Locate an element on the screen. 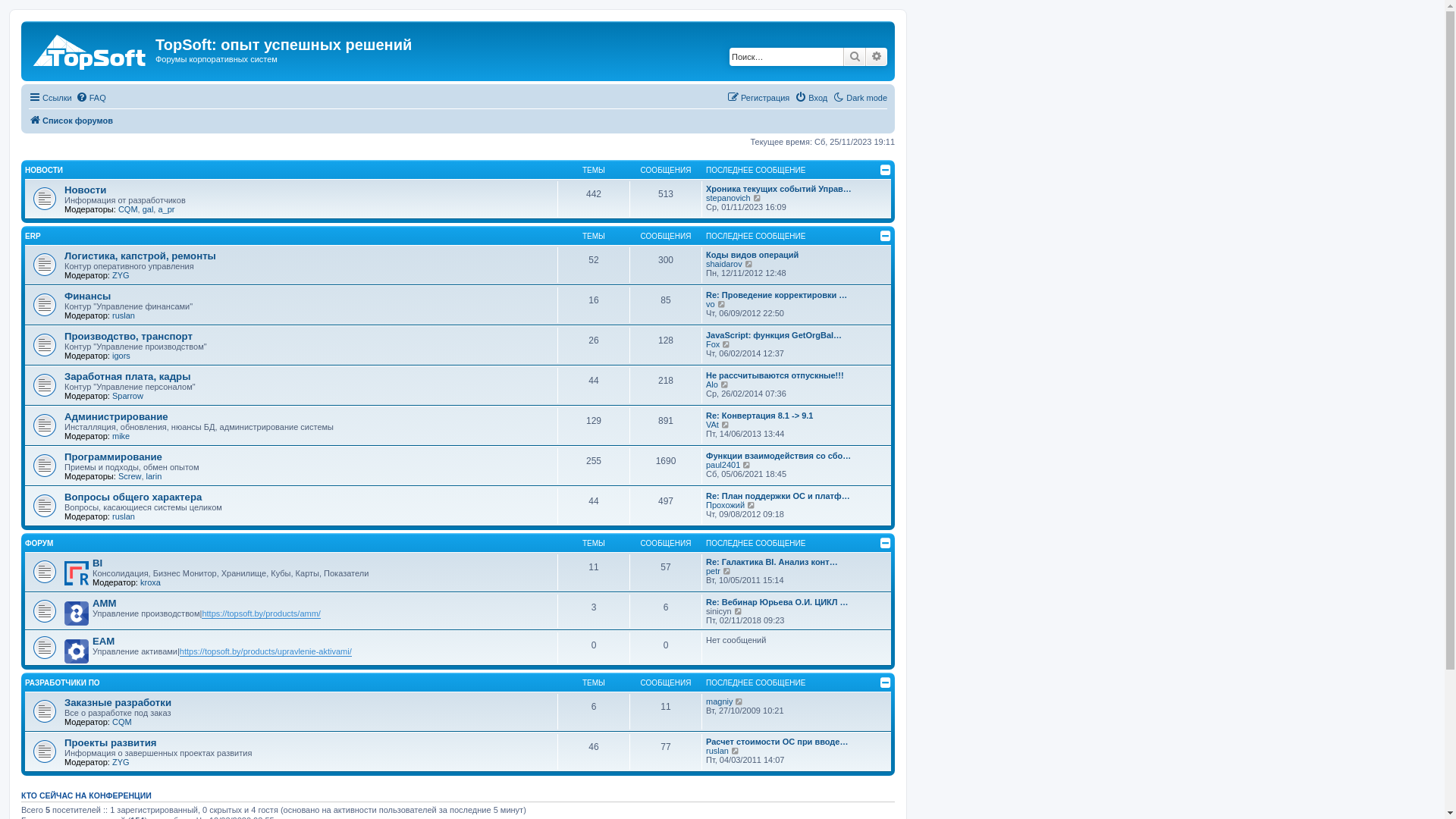 The height and width of the screenshot is (819, 1456). 'a_pr' is located at coordinates (166, 209).